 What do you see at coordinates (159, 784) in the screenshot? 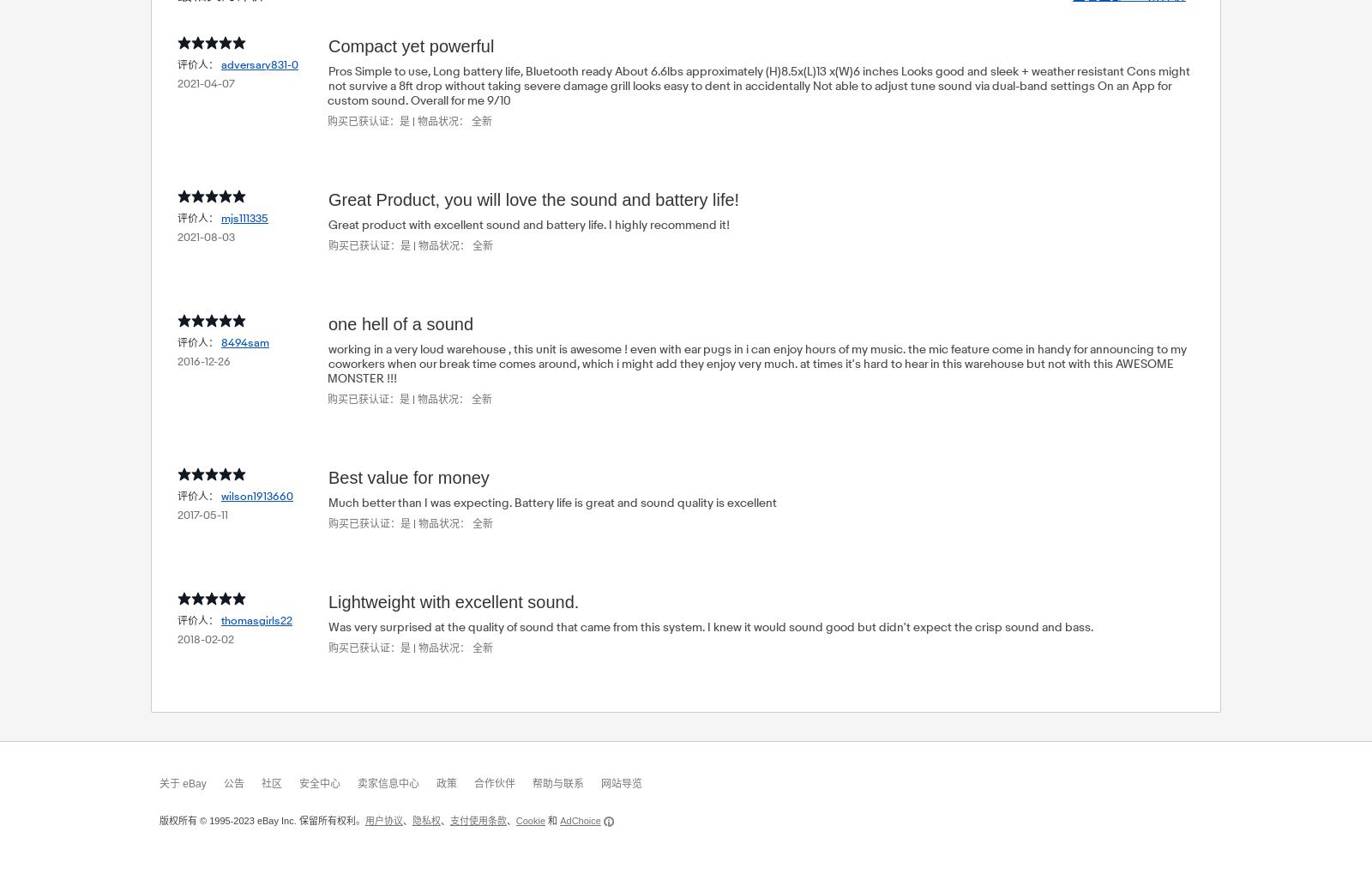
I see `'关于 eBay'` at bounding box center [159, 784].